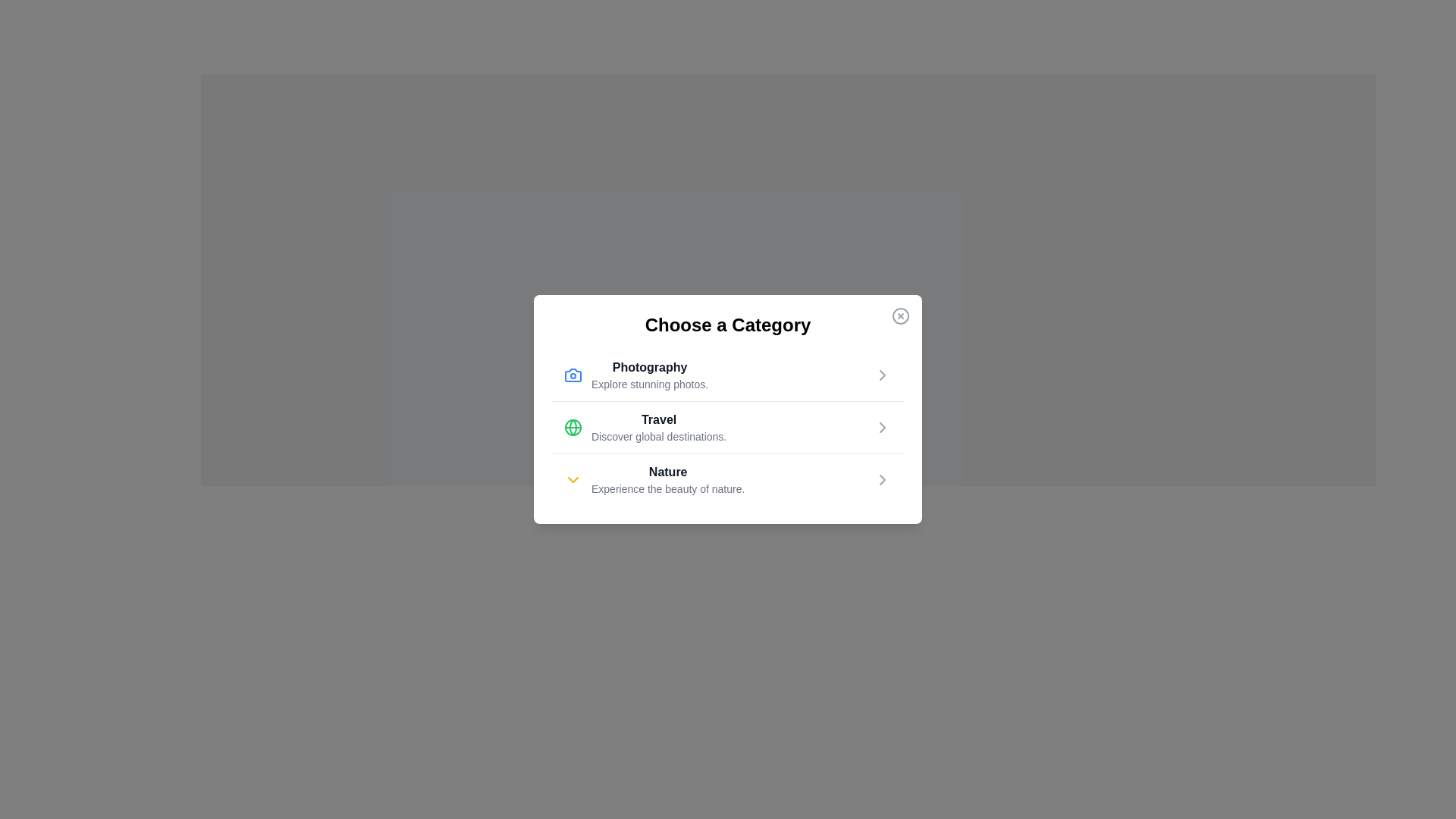 The image size is (1456, 819). What do you see at coordinates (882, 427) in the screenshot?
I see `the right-pointing chevron icon styled with gray color that is located to the far right of the 'Travel, Discover global destinations.' row in the modal dialog box titled 'Choose a Category'` at bounding box center [882, 427].